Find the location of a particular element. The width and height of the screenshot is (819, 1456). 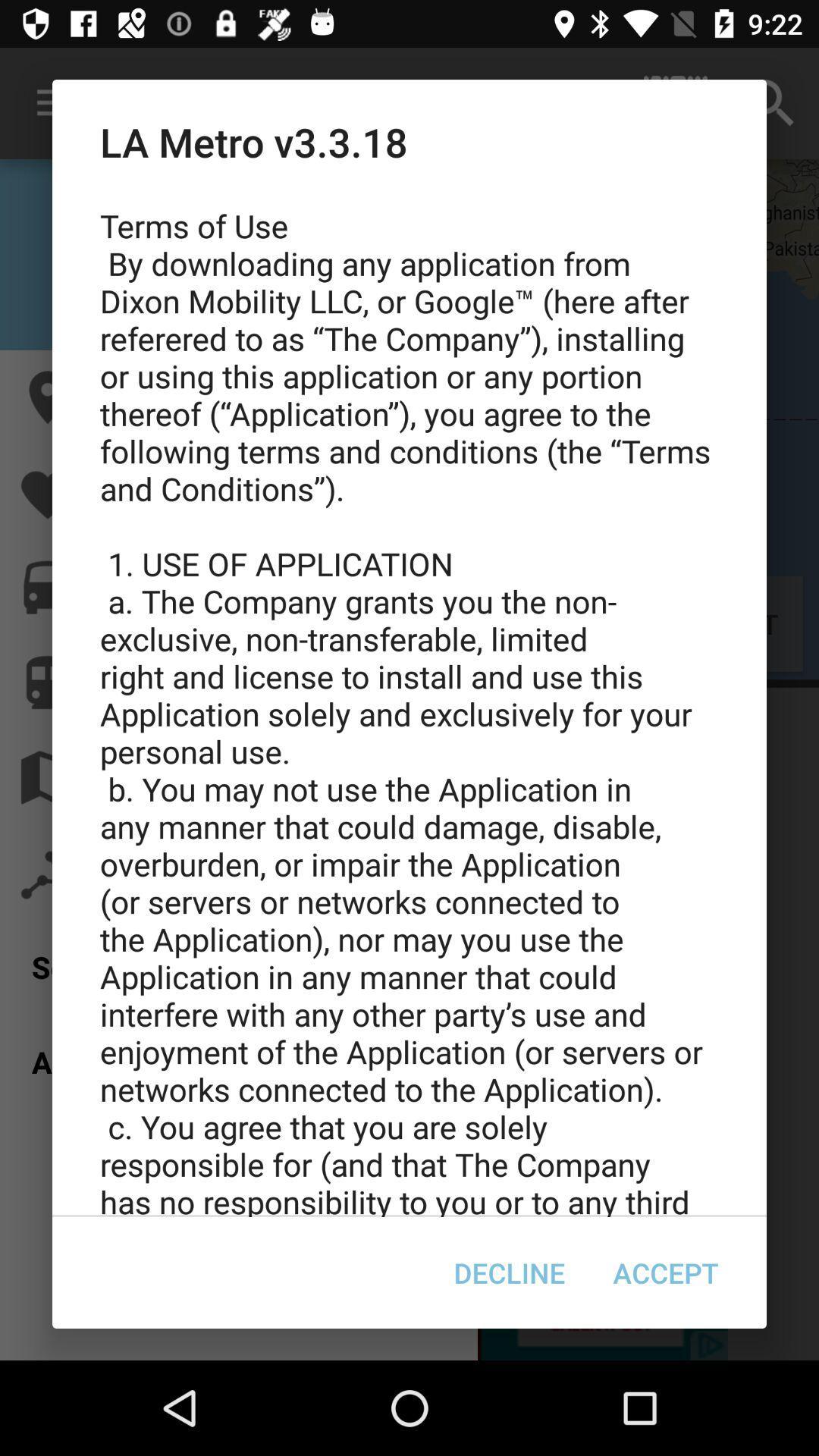

item to the left of accept is located at coordinates (509, 1272).